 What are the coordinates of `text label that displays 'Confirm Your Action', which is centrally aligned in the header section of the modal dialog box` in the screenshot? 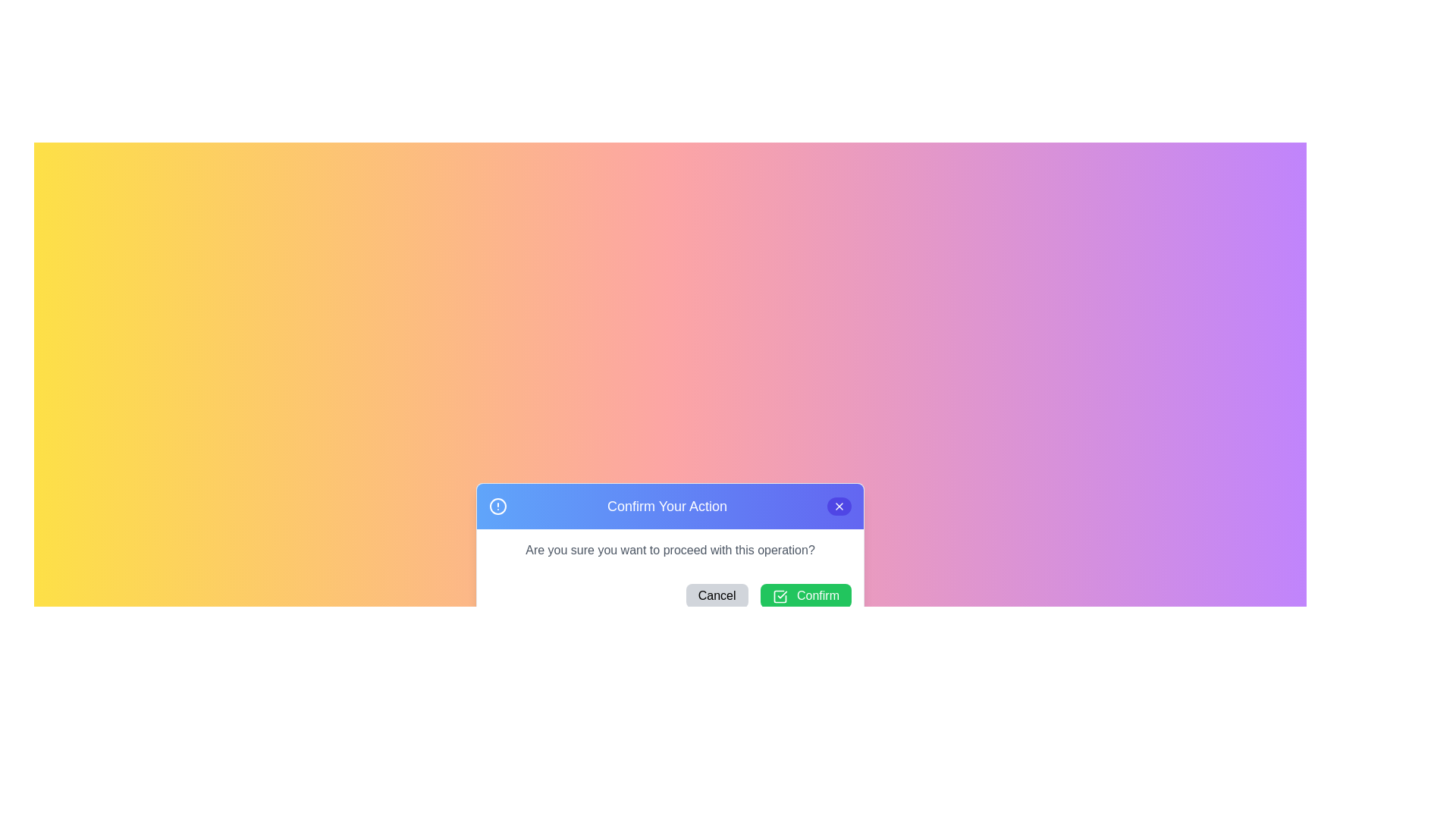 It's located at (667, 506).